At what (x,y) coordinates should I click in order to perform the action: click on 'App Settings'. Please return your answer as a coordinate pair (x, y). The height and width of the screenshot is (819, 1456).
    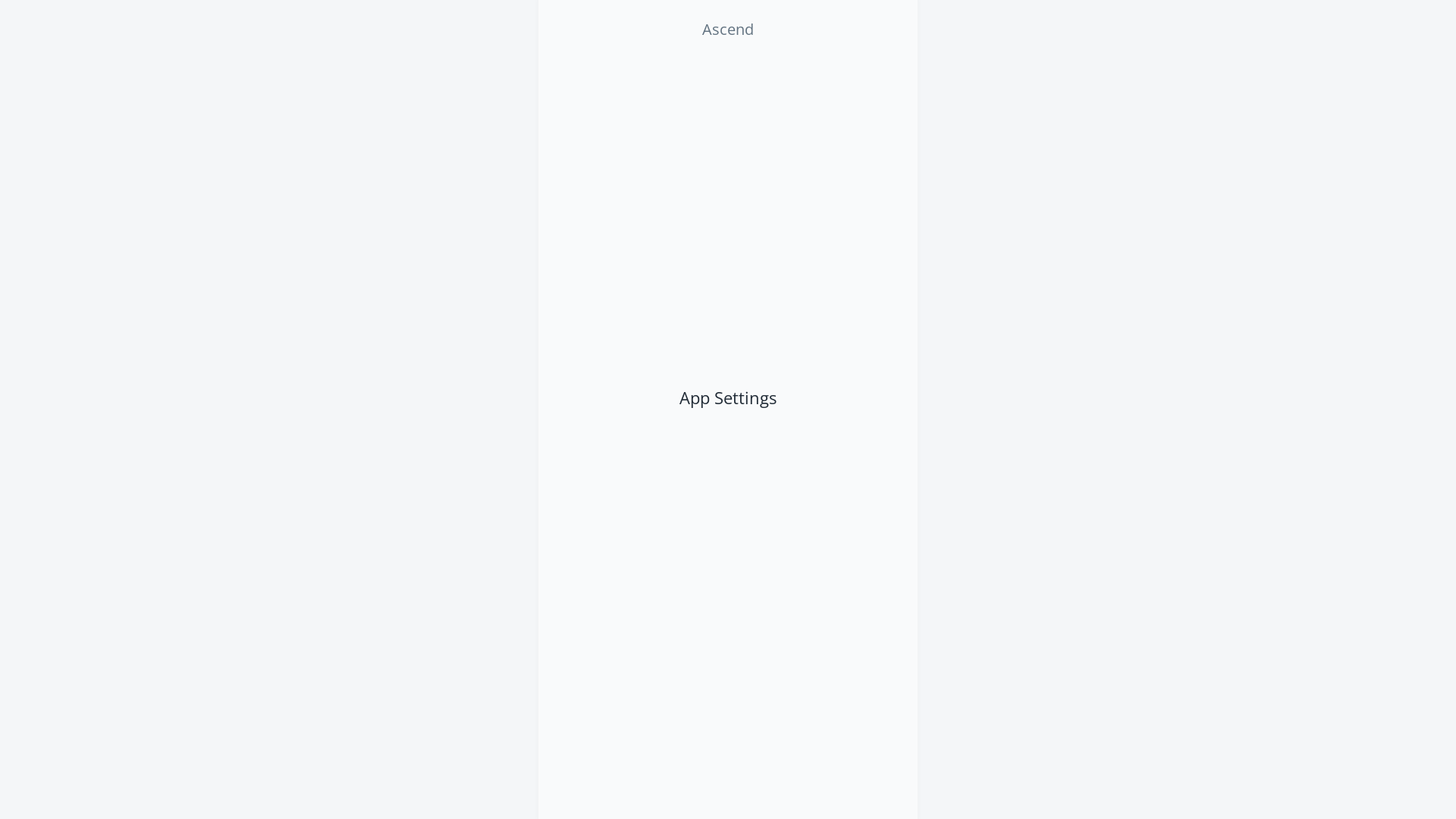
    Looking at the image, I should click on (660, 397).